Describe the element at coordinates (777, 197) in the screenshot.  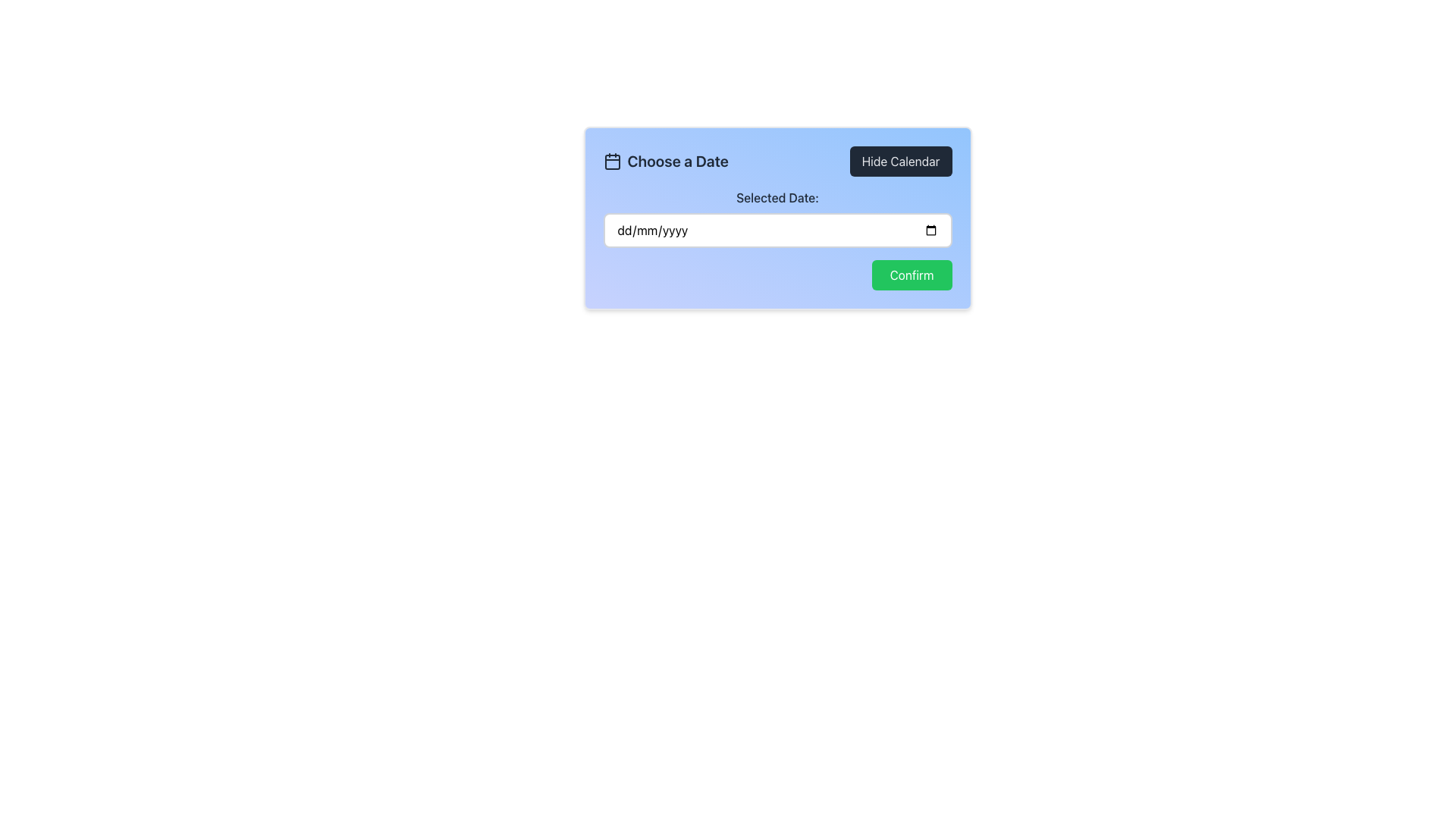
I see `the static text label that provides descriptive information about the associated date input field located under 'Choose a Date'` at that location.